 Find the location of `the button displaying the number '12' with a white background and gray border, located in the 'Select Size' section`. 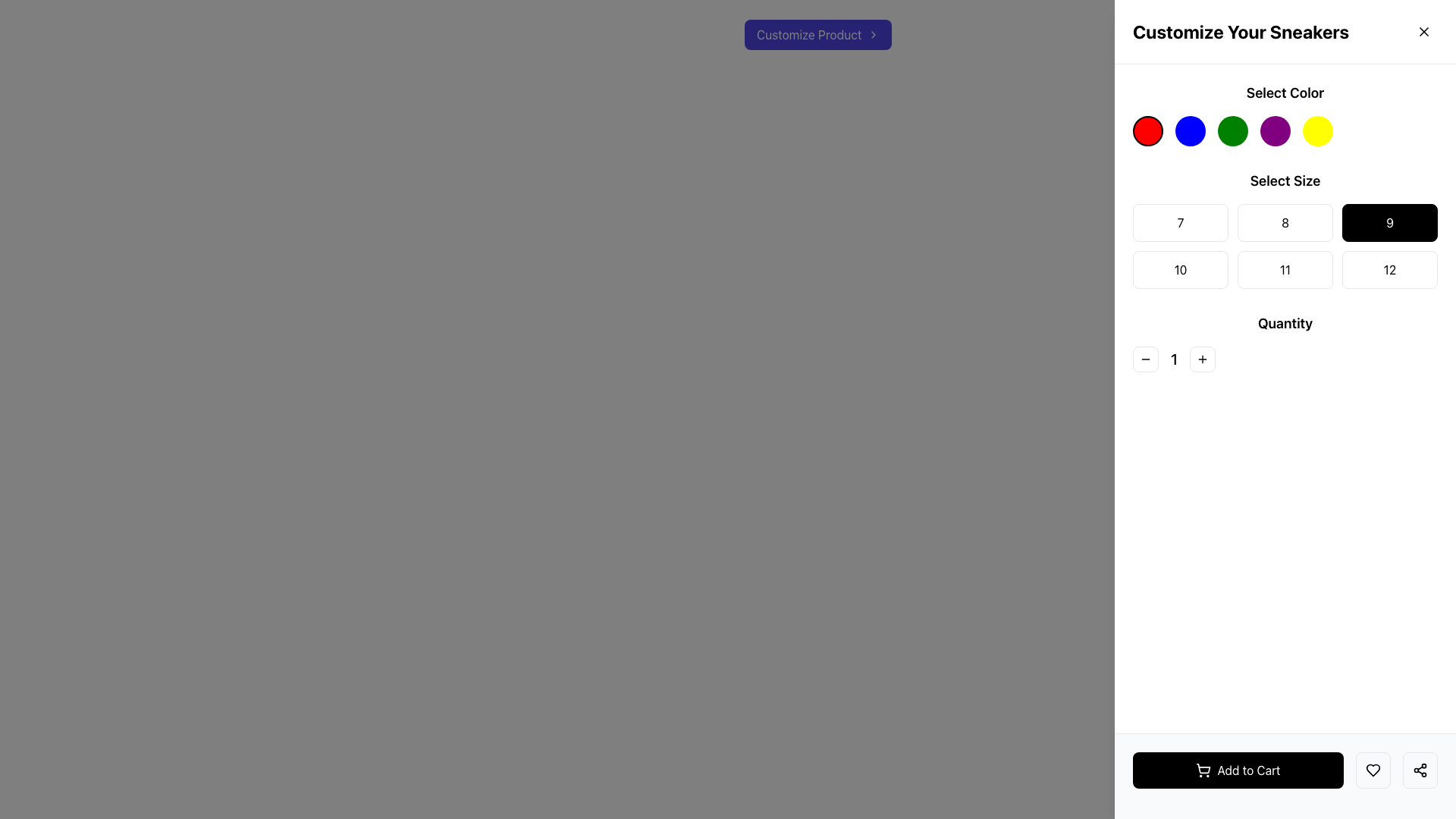

the button displaying the number '12' with a white background and gray border, located in the 'Select Size' section is located at coordinates (1390, 268).